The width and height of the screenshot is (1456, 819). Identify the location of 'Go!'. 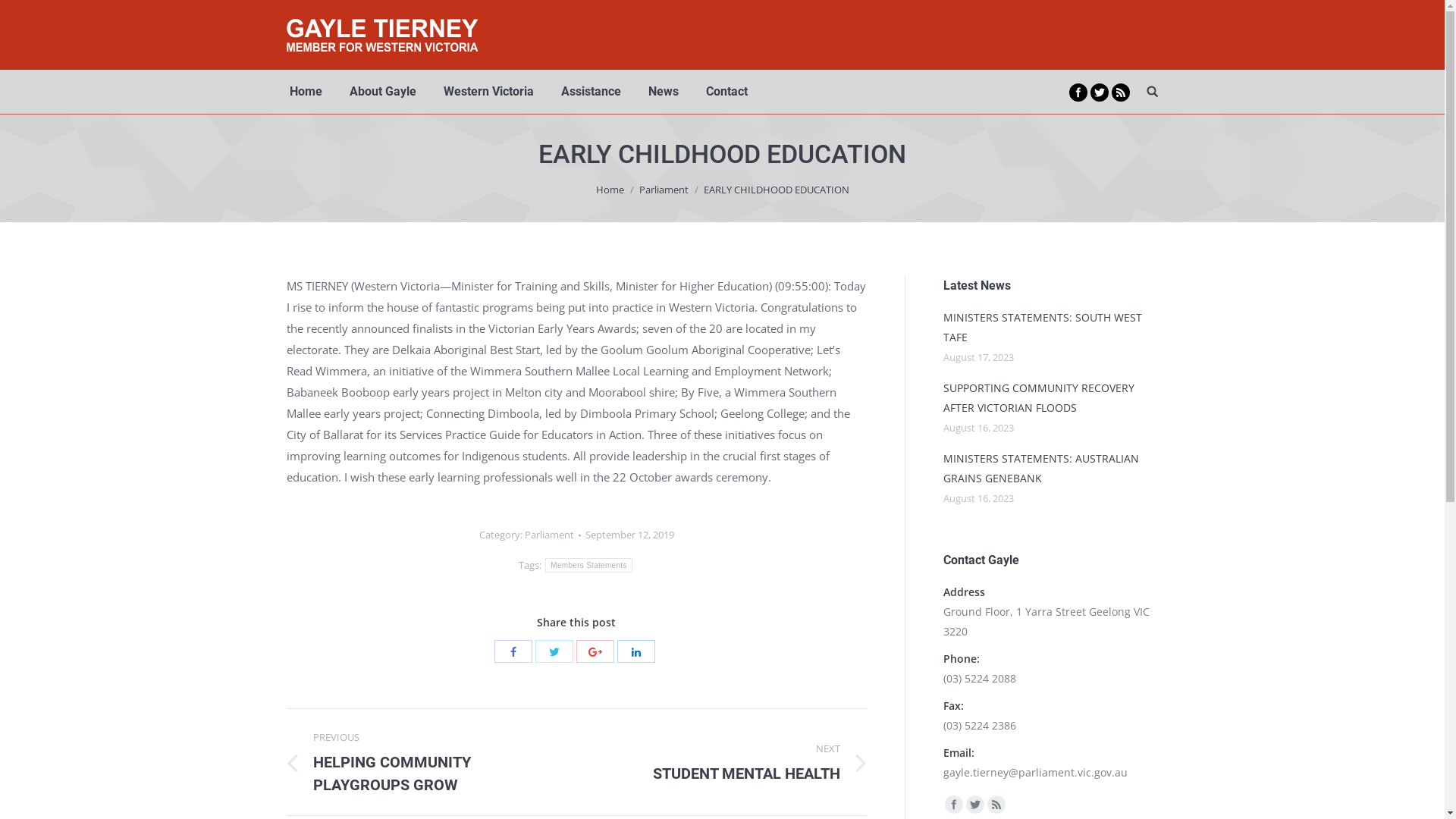
(18, 14).